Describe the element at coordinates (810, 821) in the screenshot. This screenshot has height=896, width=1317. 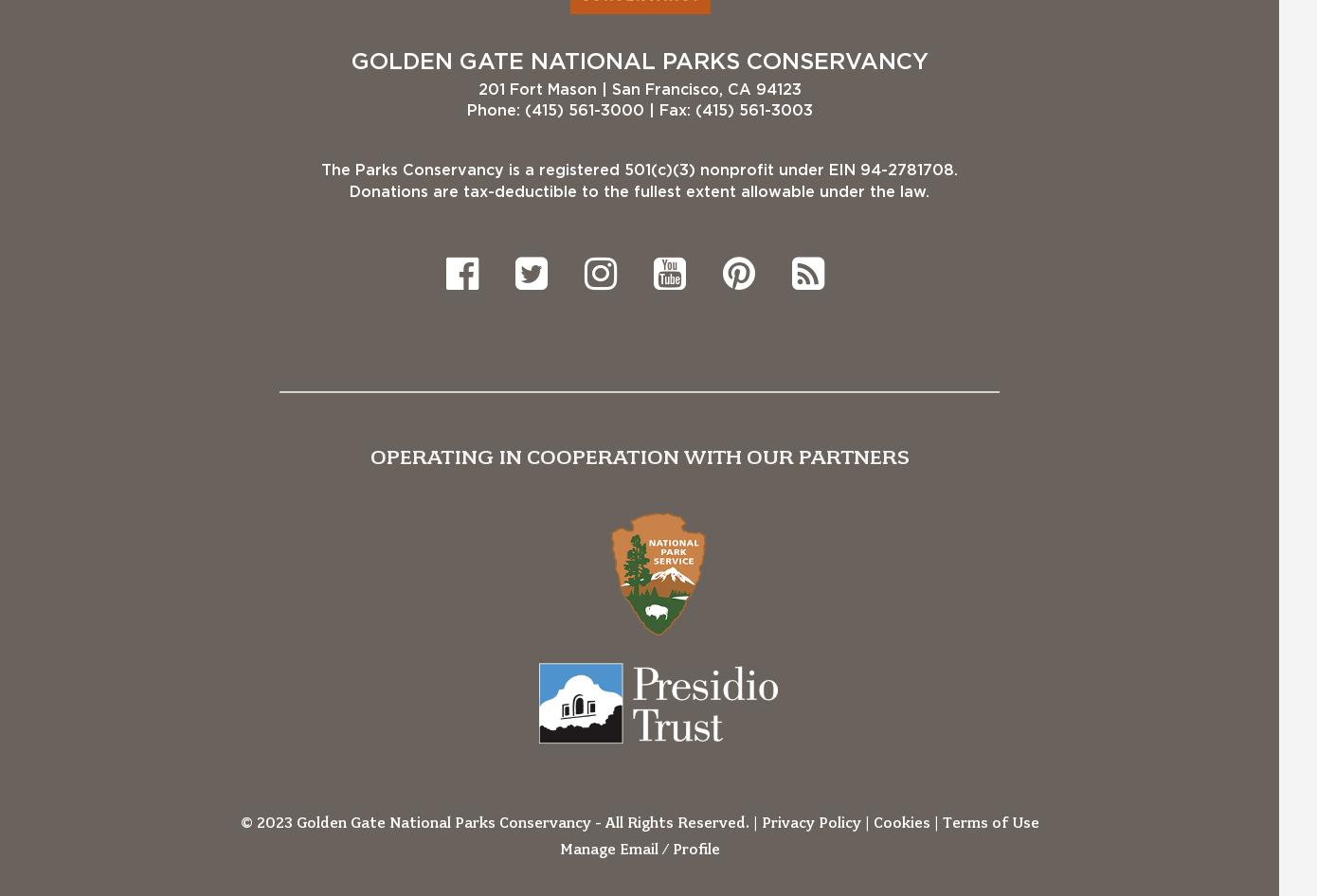
I see `'Privacy Policy'` at that location.